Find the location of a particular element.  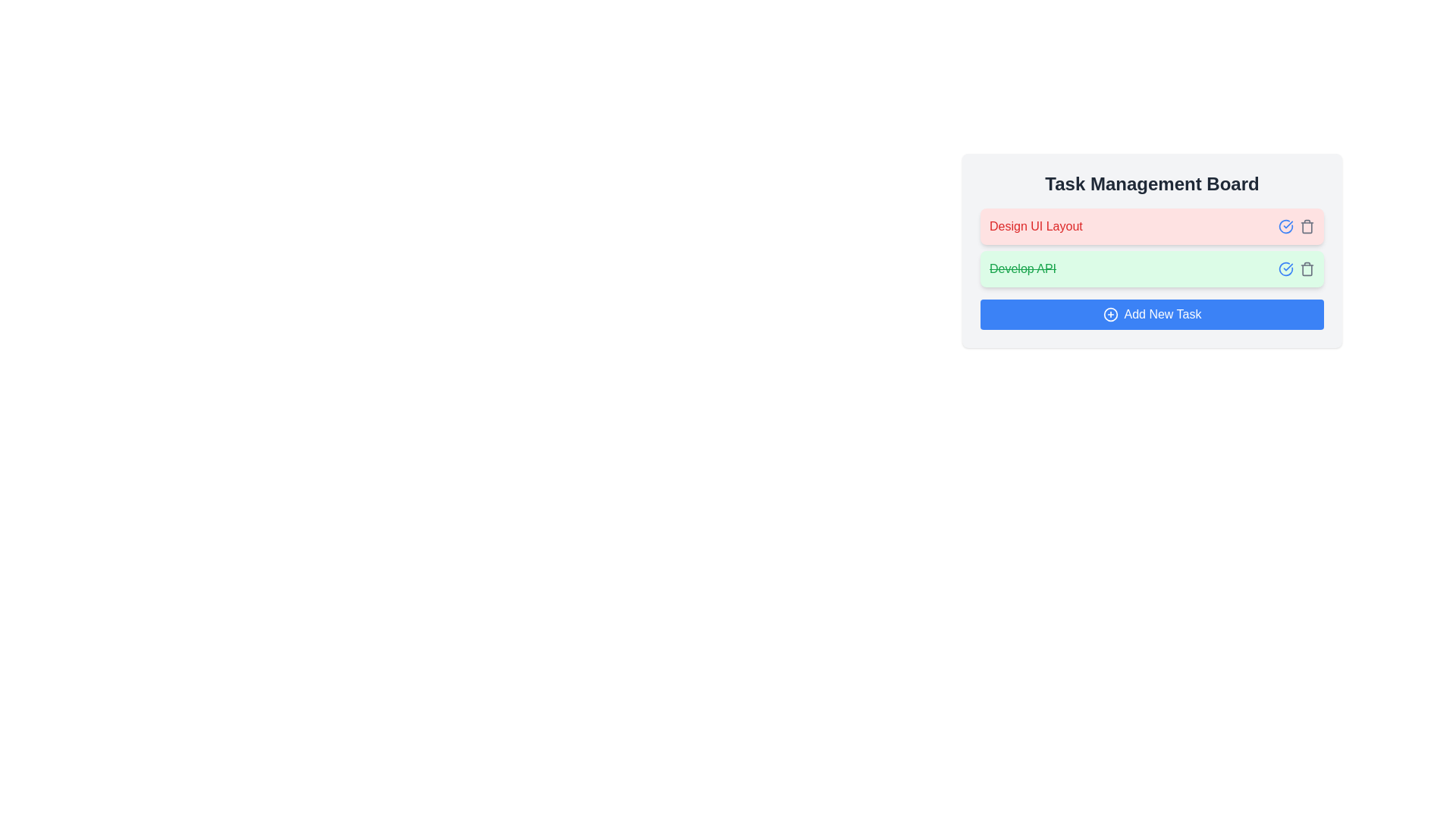

the trash can icon button, which is styled in gray and changes to red on hover, located to the right of the 'Design UI Layout' row in the 'Task Management Board' is located at coordinates (1306, 227).